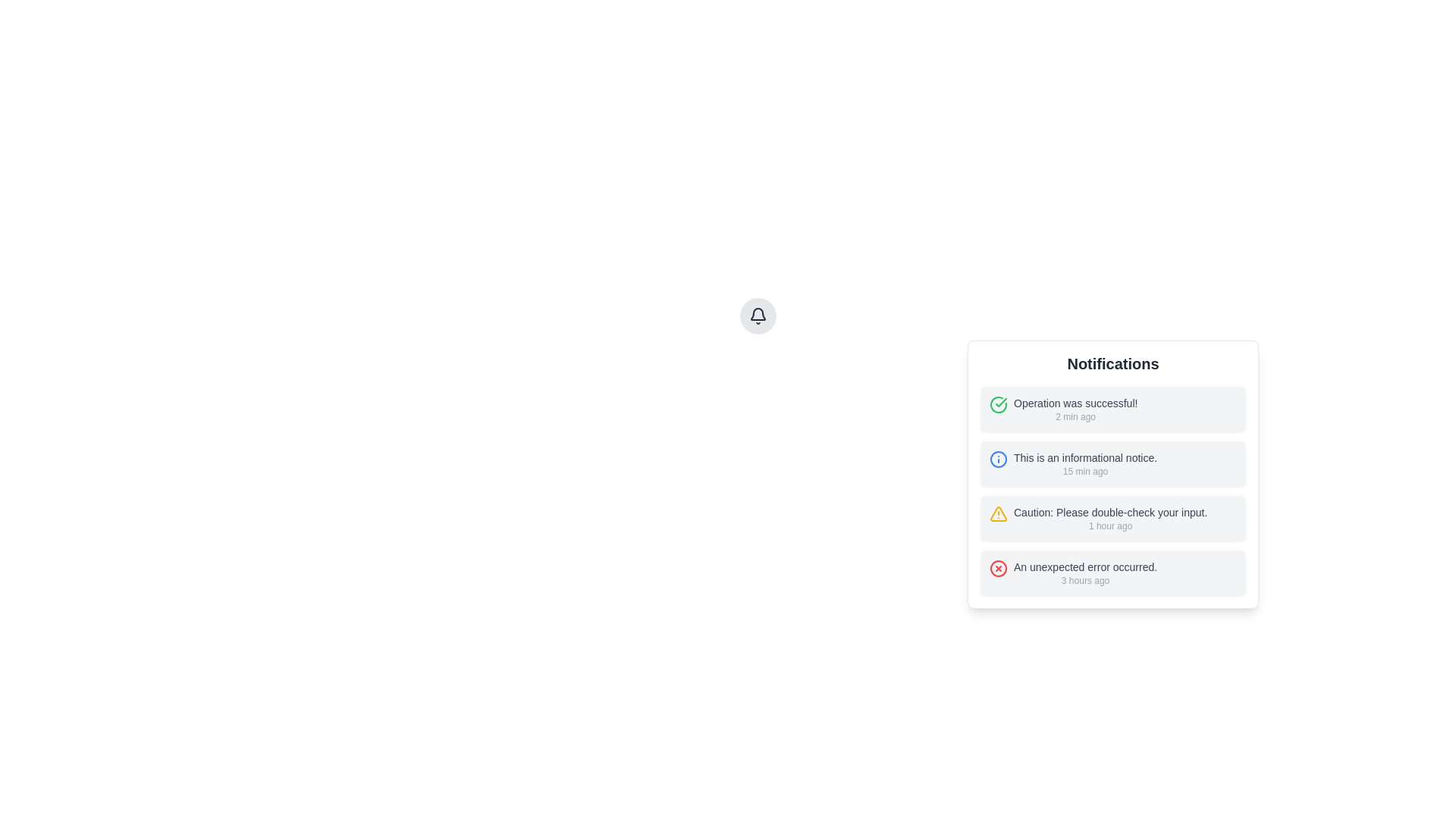 The image size is (1456, 819). Describe the element at coordinates (998, 403) in the screenshot. I see `the success status indicator icon located in the notification card` at that location.